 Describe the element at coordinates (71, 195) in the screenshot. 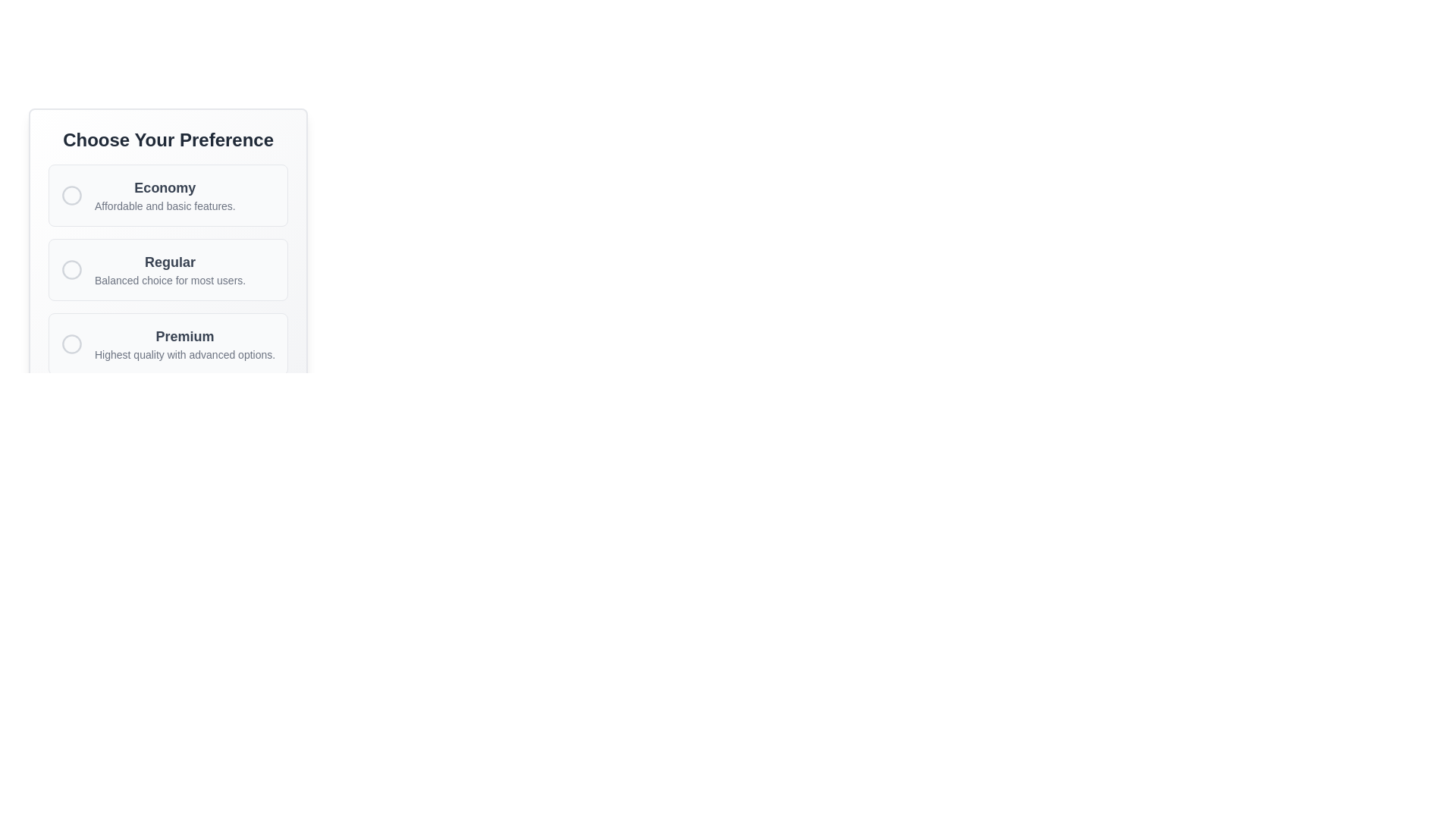

I see `the first radio button next to the 'Economy' option` at that location.